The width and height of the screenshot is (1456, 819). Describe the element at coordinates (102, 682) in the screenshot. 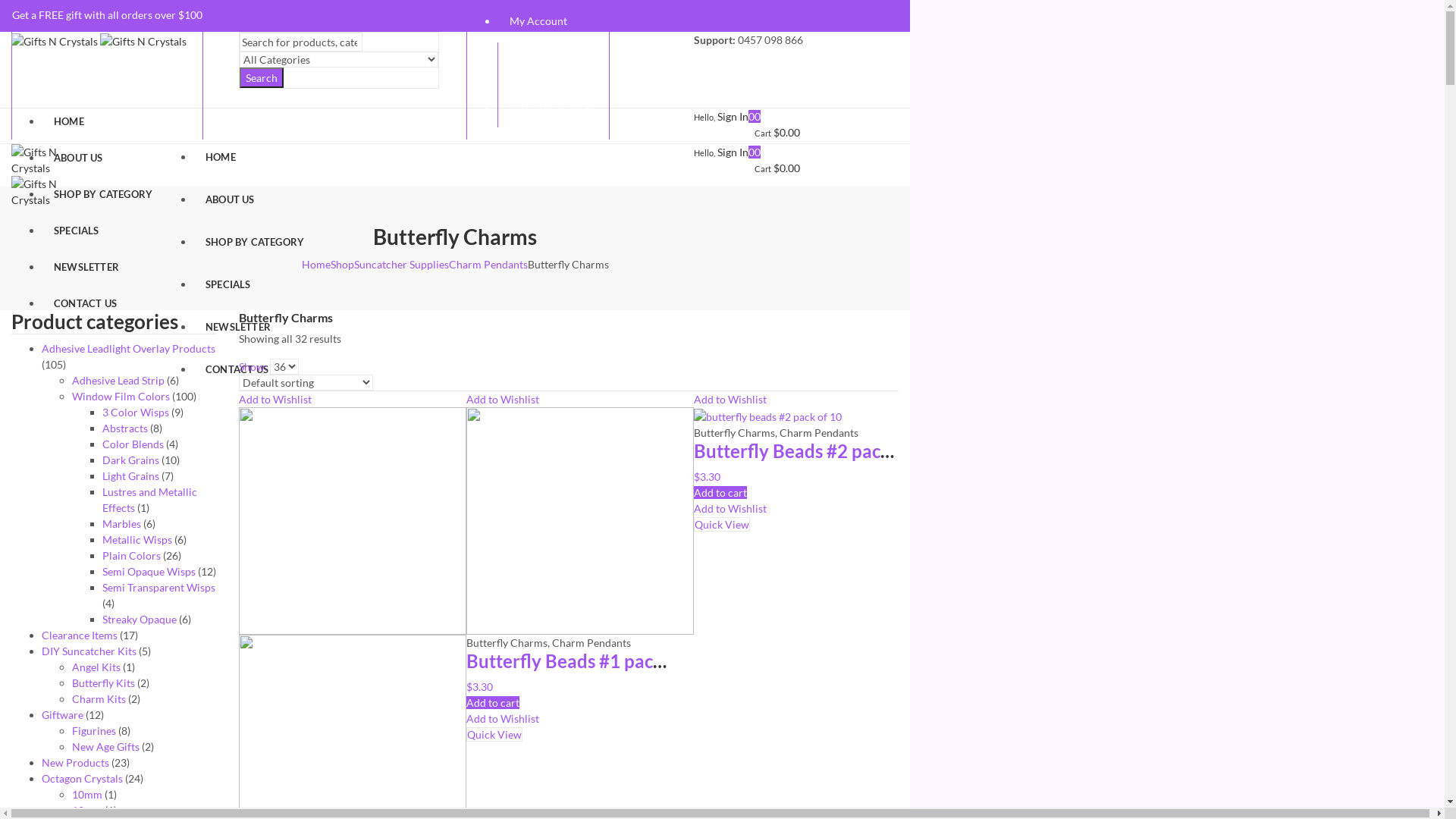

I see `'Butterfly Kits'` at that location.